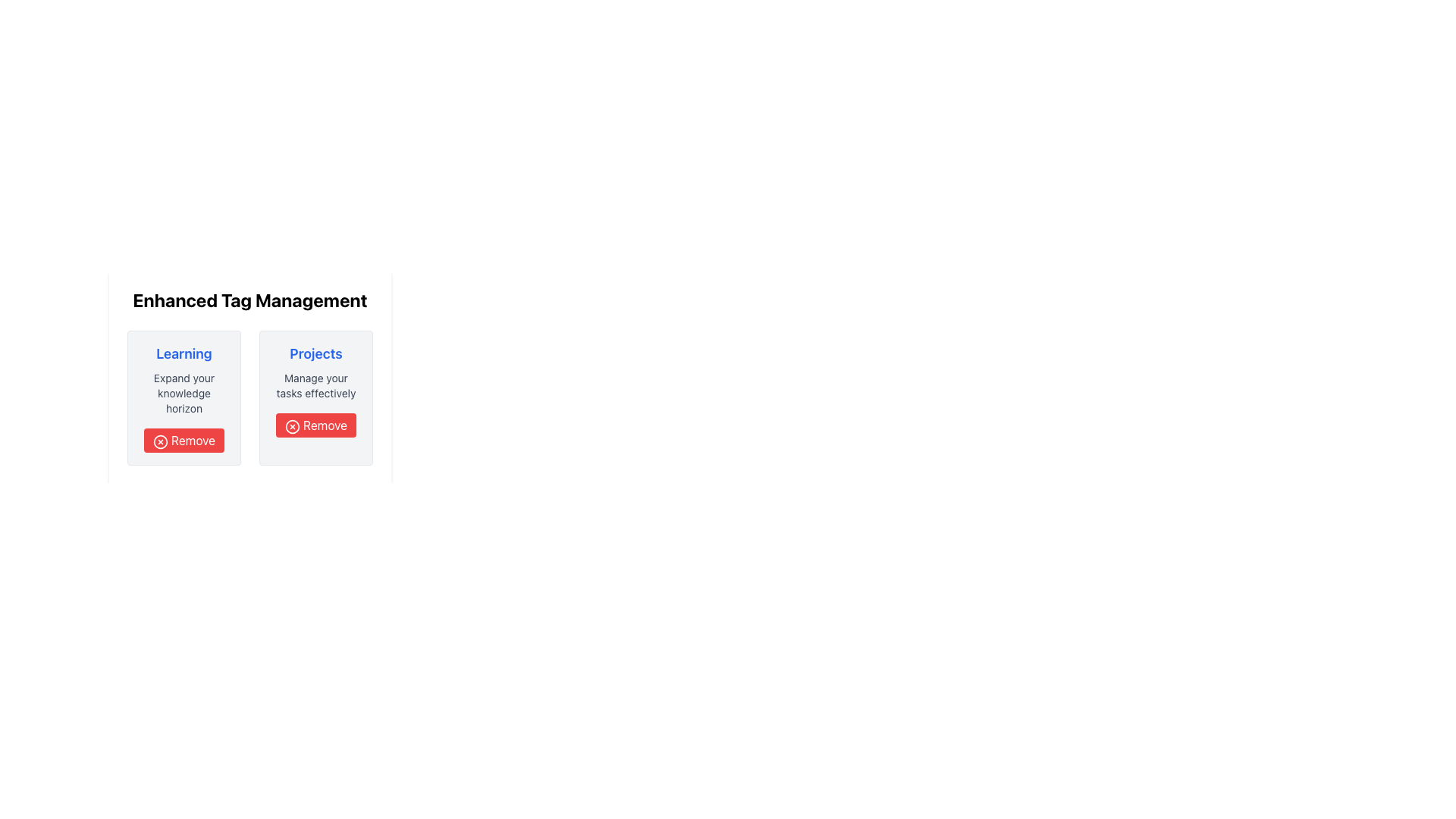 This screenshot has width=1456, height=819. Describe the element at coordinates (315, 372) in the screenshot. I see `the multi-line text block that provides a title and brief description within the second card under 'Enhanced Tag Management'` at that location.